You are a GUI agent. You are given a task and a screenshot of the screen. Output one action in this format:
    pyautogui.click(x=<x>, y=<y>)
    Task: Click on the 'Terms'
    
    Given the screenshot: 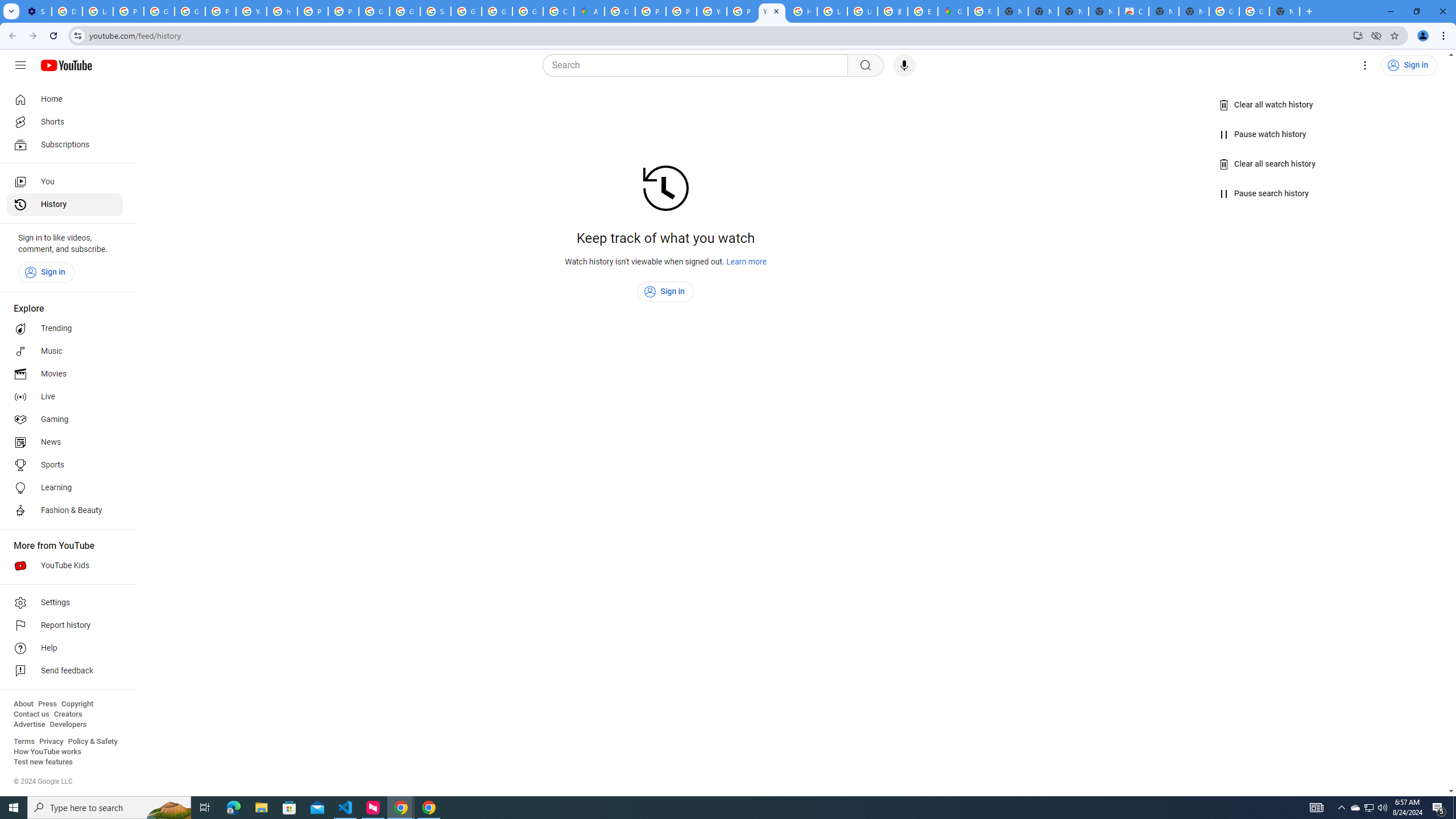 What is the action you would take?
    pyautogui.click(x=23, y=741)
    